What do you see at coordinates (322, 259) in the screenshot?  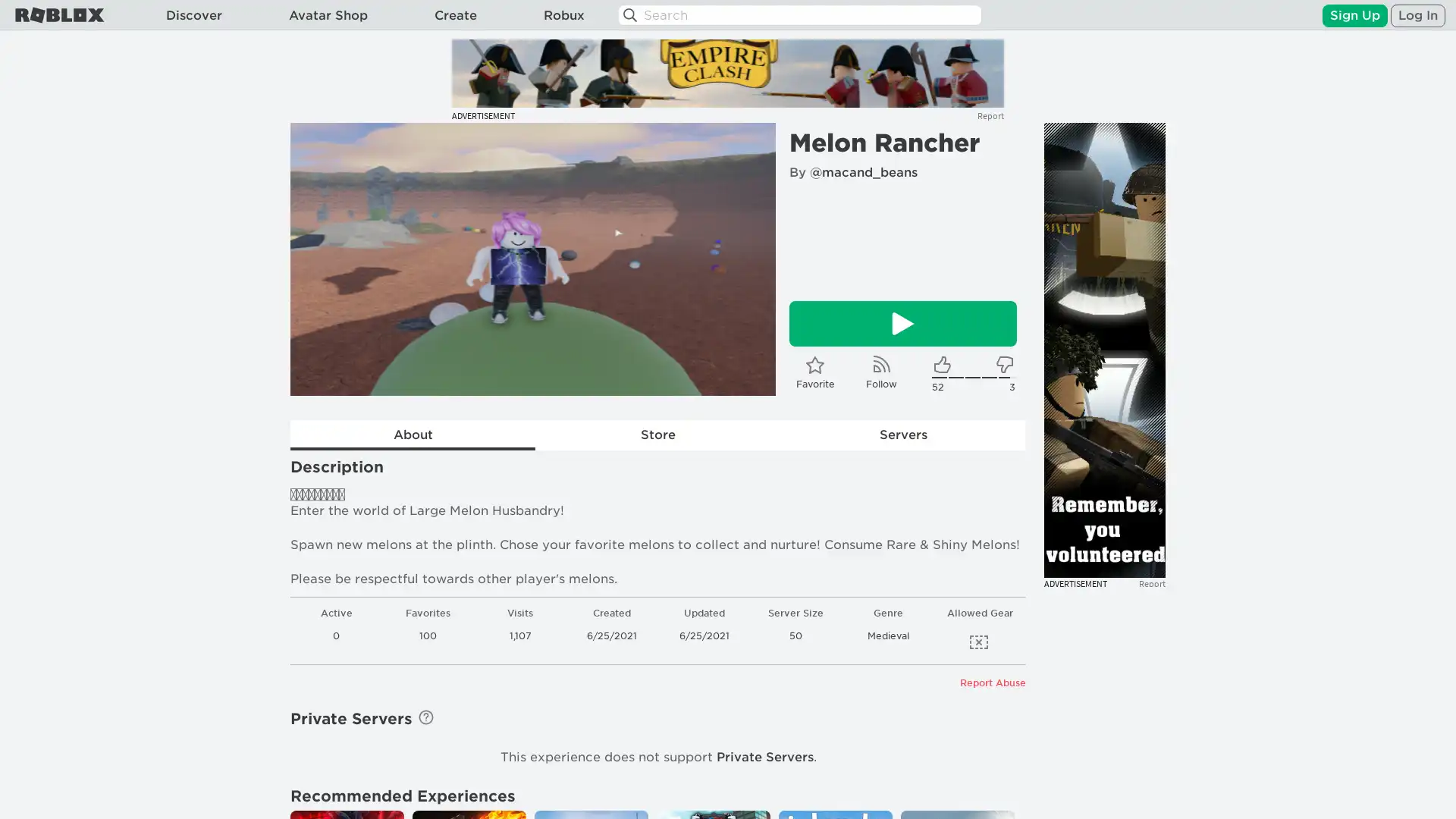 I see `Back` at bounding box center [322, 259].